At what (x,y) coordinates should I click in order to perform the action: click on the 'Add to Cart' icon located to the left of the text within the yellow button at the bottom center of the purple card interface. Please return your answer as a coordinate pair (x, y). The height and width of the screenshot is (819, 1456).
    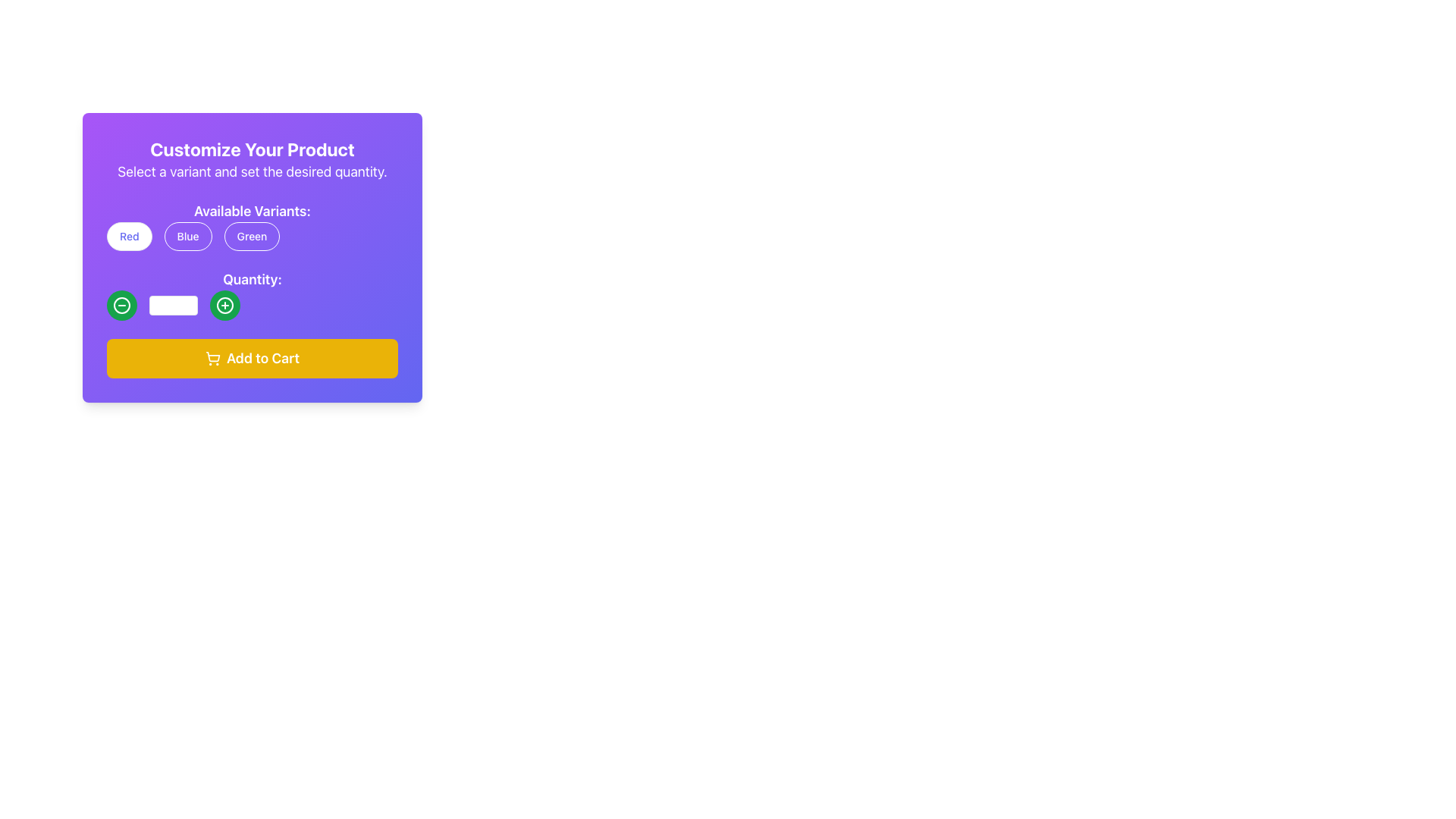
    Looking at the image, I should click on (212, 359).